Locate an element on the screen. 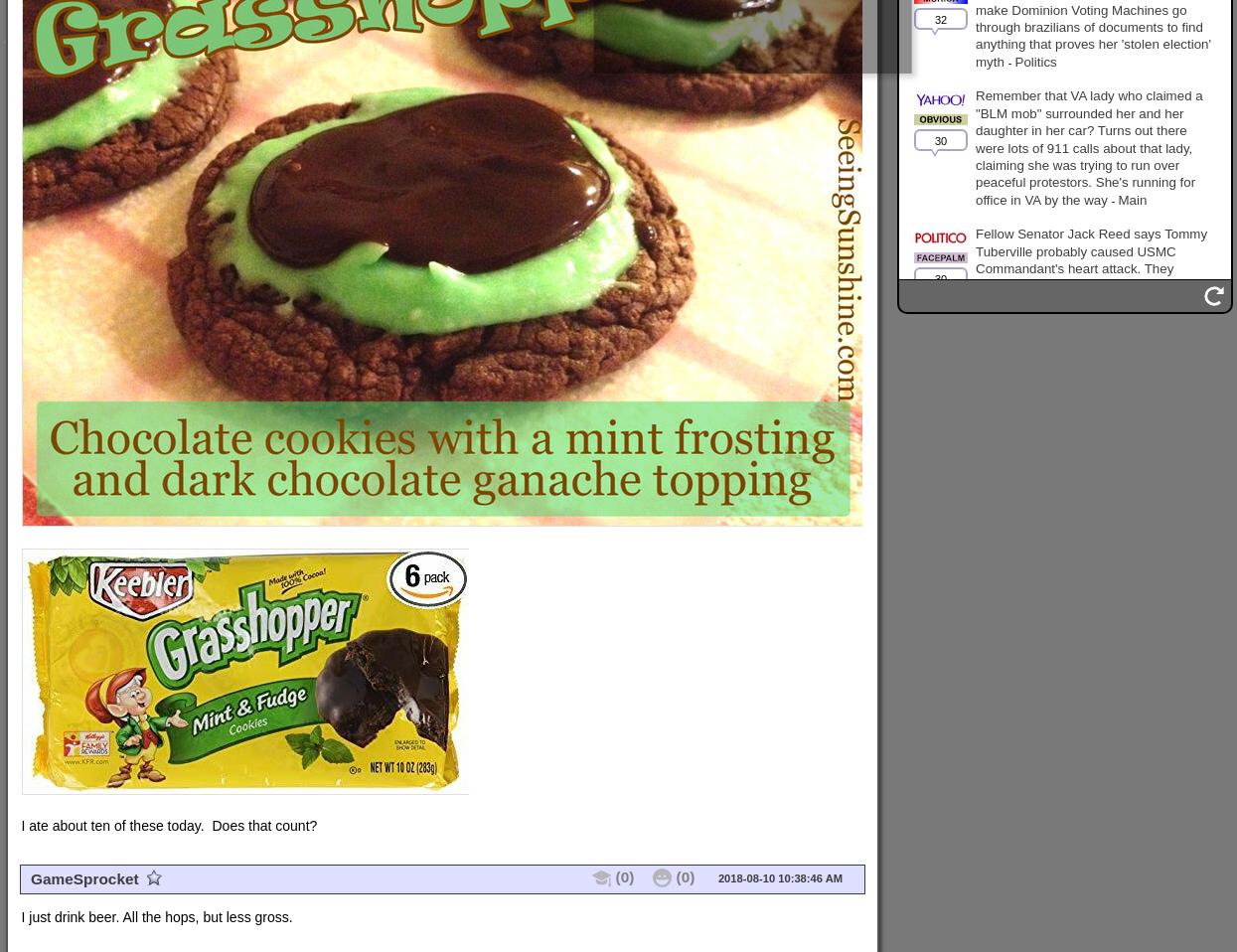 The height and width of the screenshot is (952, 1237). '29' is located at coordinates (940, 382).